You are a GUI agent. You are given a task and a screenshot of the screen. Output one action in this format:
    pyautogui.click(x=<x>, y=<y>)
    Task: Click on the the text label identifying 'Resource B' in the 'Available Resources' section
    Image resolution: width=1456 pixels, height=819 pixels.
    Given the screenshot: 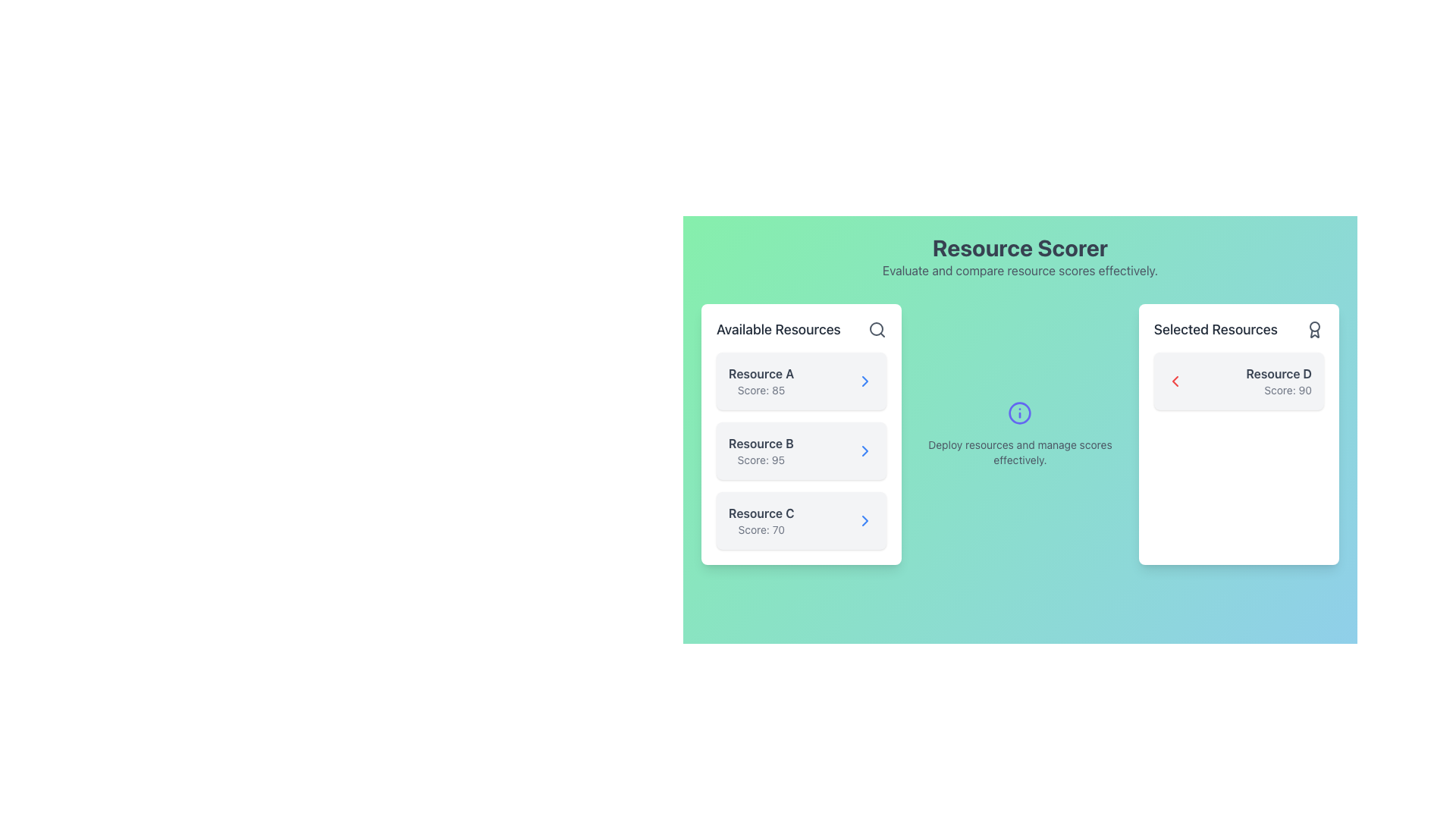 What is the action you would take?
    pyautogui.click(x=761, y=444)
    